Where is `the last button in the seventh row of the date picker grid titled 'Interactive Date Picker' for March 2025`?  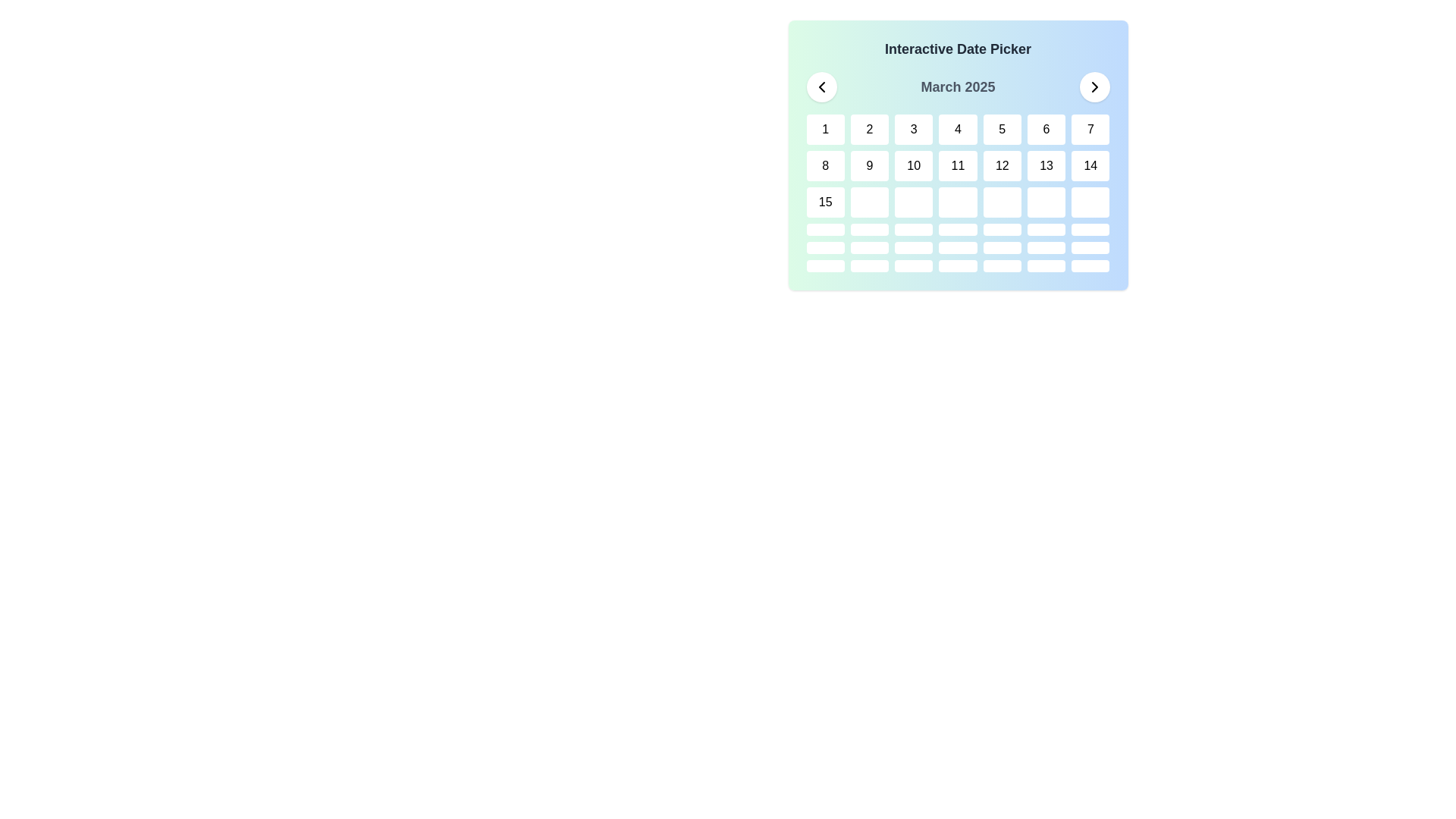 the last button in the seventh row of the date picker grid titled 'Interactive Date Picker' for March 2025 is located at coordinates (1090, 265).